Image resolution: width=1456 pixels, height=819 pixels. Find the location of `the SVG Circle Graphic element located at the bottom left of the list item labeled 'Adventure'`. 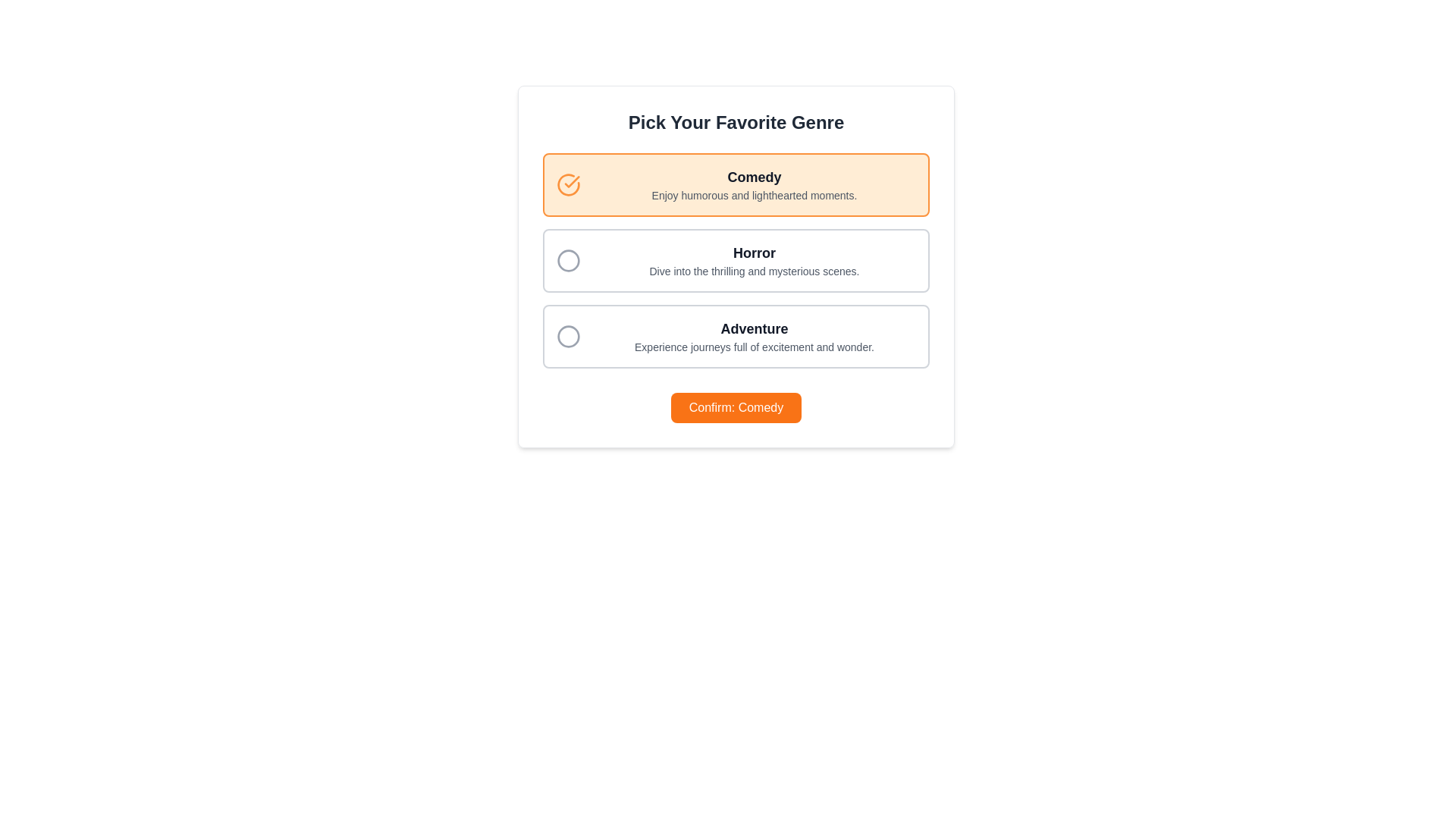

the SVG Circle Graphic element located at the bottom left of the list item labeled 'Adventure' is located at coordinates (567, 335).